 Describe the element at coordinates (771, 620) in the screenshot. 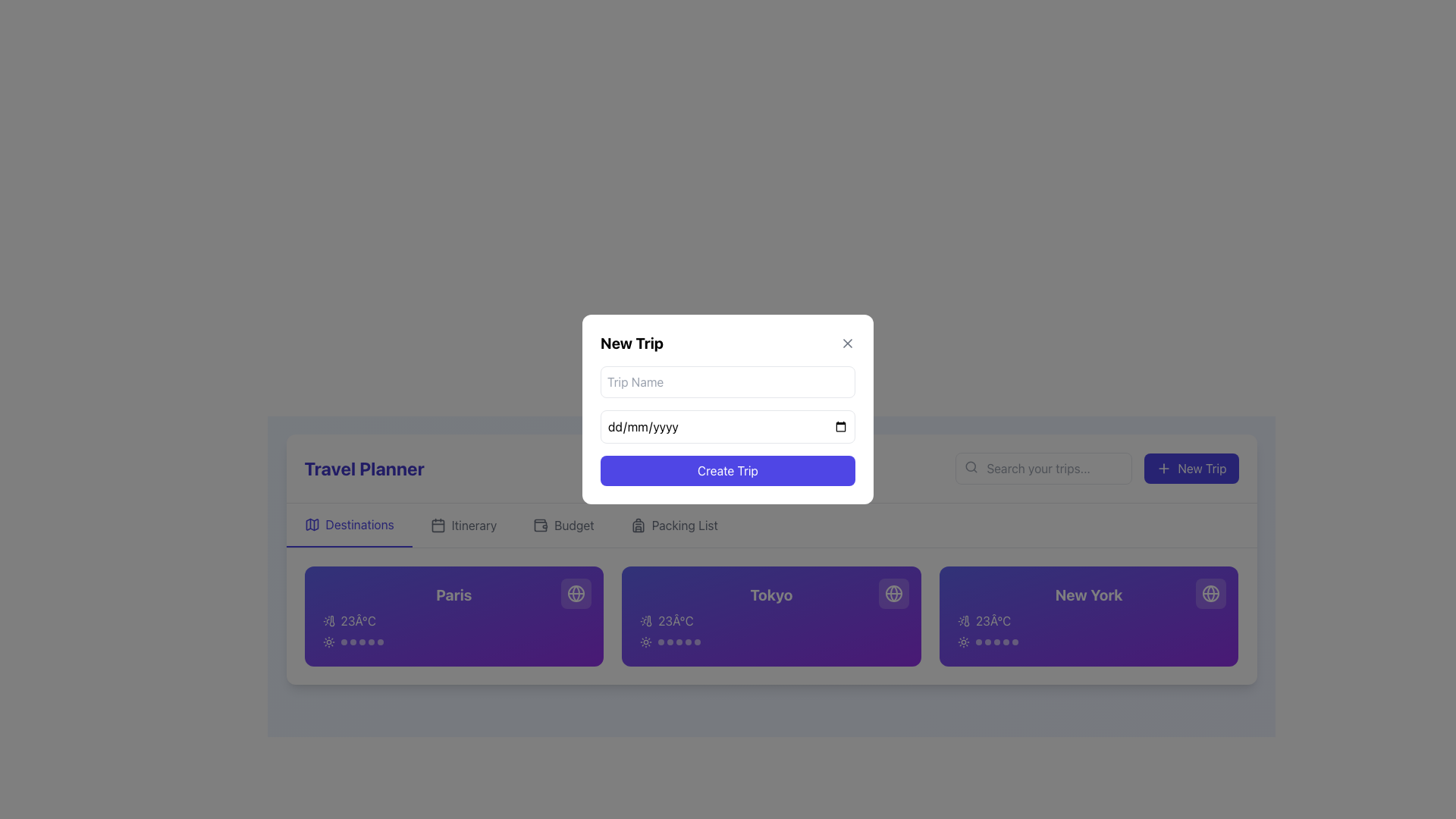

I see `the temperature display element for the 'Tokyo' location card, which shows the current temperature in degrees Celsius and is positioned at the top-left of the card above a series of dots` at that location.